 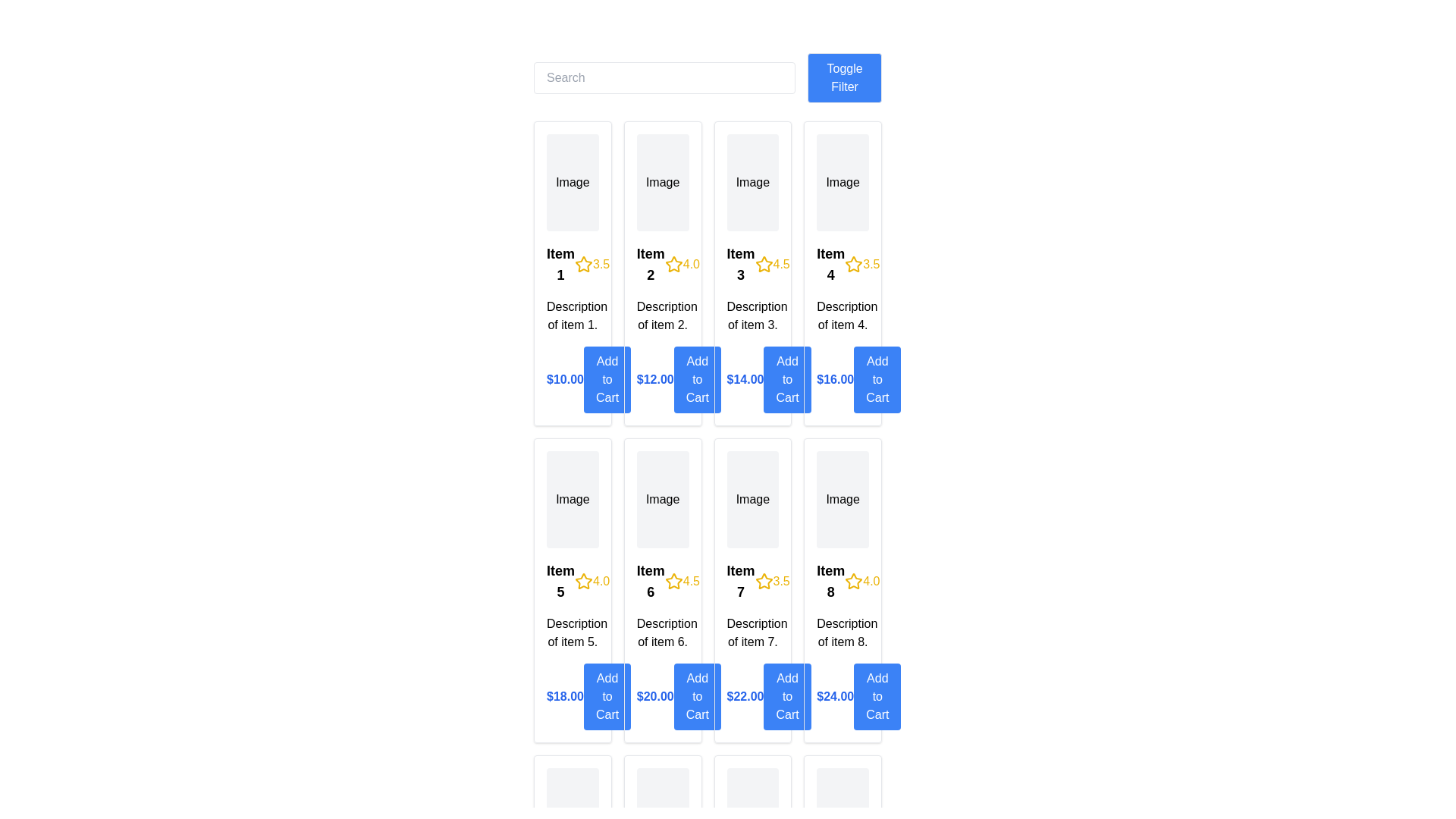 What do you see at coordinates (854, 263) in the screenshot?
I see `the star icon with a yellow fill that is the first element in the rating display for 'Item 4', located to the left of the numerical rating '3.5'` at bounding box center [854, 263].